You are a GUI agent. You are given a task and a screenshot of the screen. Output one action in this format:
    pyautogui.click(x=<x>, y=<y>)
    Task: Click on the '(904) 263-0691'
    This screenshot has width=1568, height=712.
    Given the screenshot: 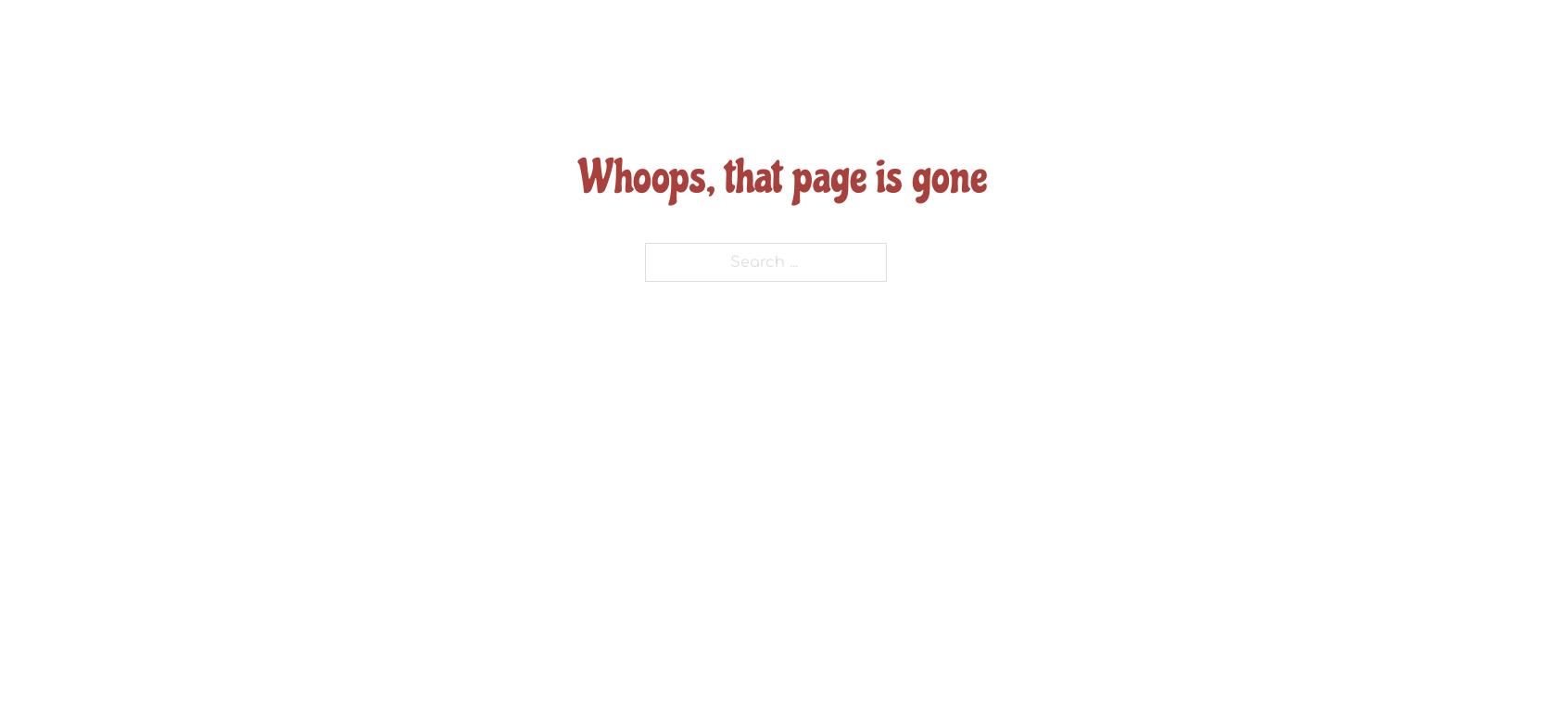 What is the action you would take?
    pyautogui.click(x=890, y=390)
    